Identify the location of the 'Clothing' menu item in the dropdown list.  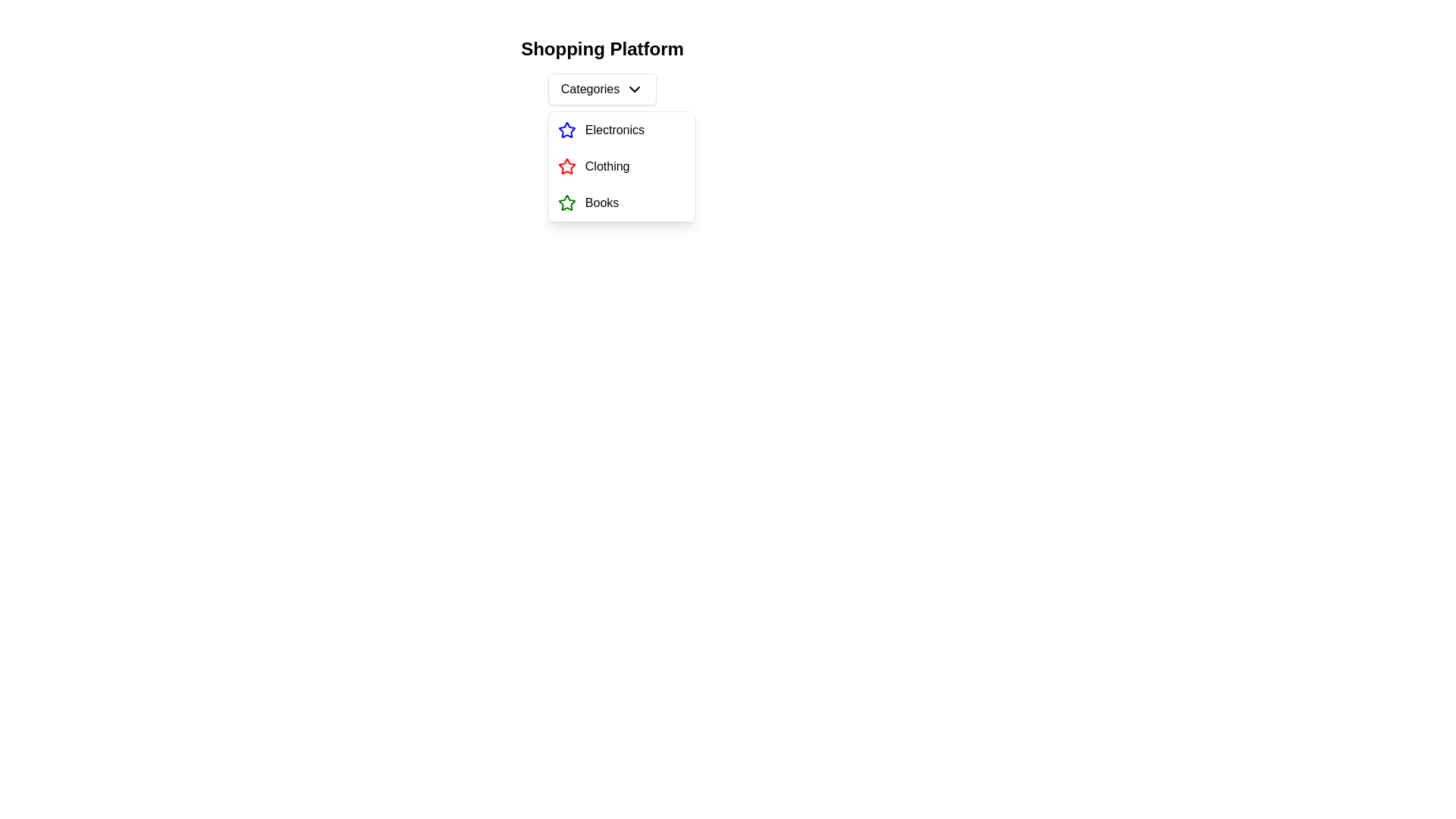
(621, 166).